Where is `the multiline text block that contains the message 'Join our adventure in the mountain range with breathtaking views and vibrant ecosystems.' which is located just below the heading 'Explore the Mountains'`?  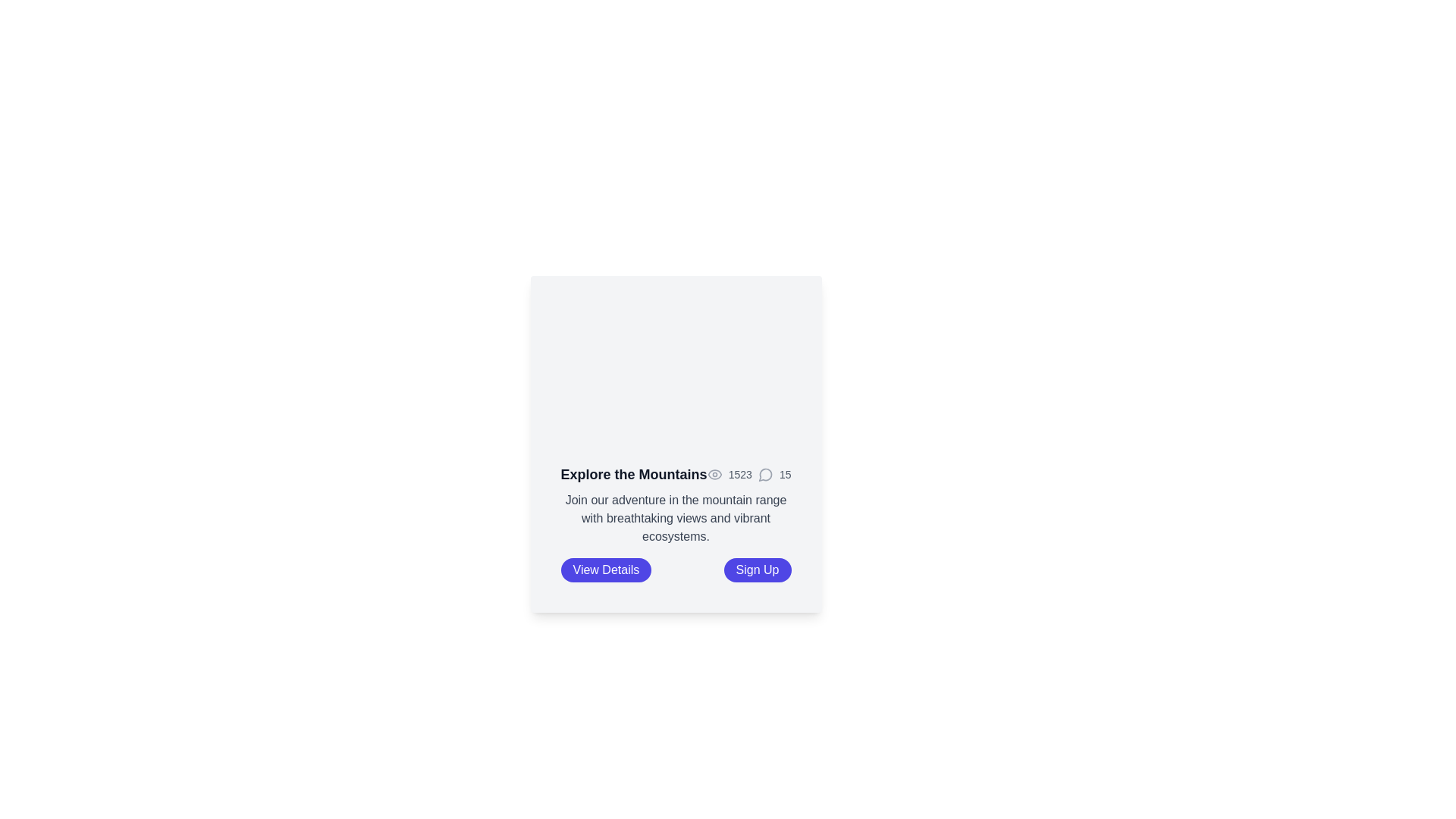
the multiline text block that contains the message 'Join our adventure in the mountain range with breathtaking views and vibrant ecosystems.' which is located just below the heading 'Explore the Mountains' is located at coordinates (675, 517).